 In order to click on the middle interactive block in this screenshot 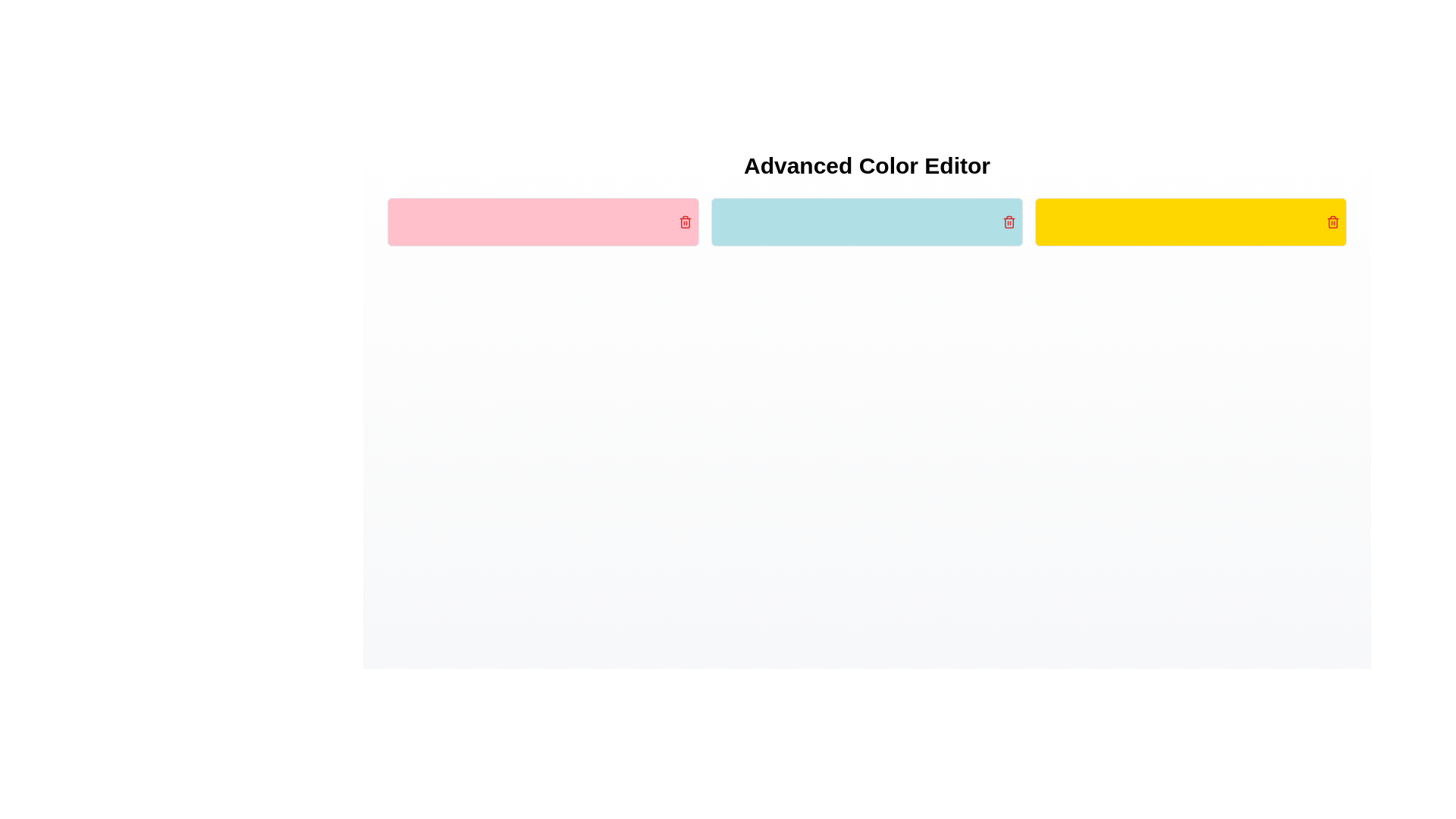, I will do `click(854, 222)`.